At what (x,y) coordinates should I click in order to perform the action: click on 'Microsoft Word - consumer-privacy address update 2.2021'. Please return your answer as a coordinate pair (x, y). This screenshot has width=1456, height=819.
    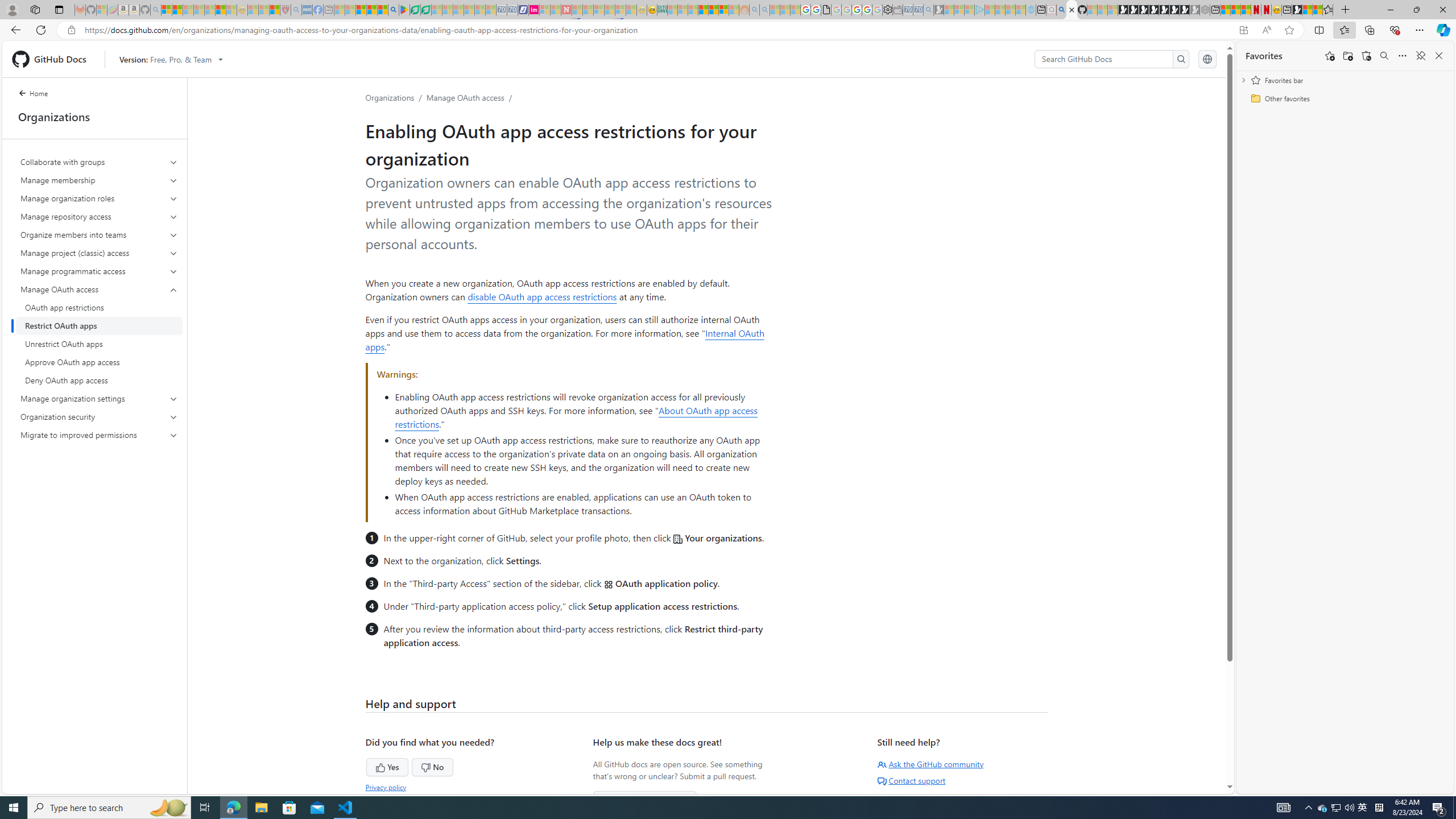
    Looking at the image, I should click on (427, 9).